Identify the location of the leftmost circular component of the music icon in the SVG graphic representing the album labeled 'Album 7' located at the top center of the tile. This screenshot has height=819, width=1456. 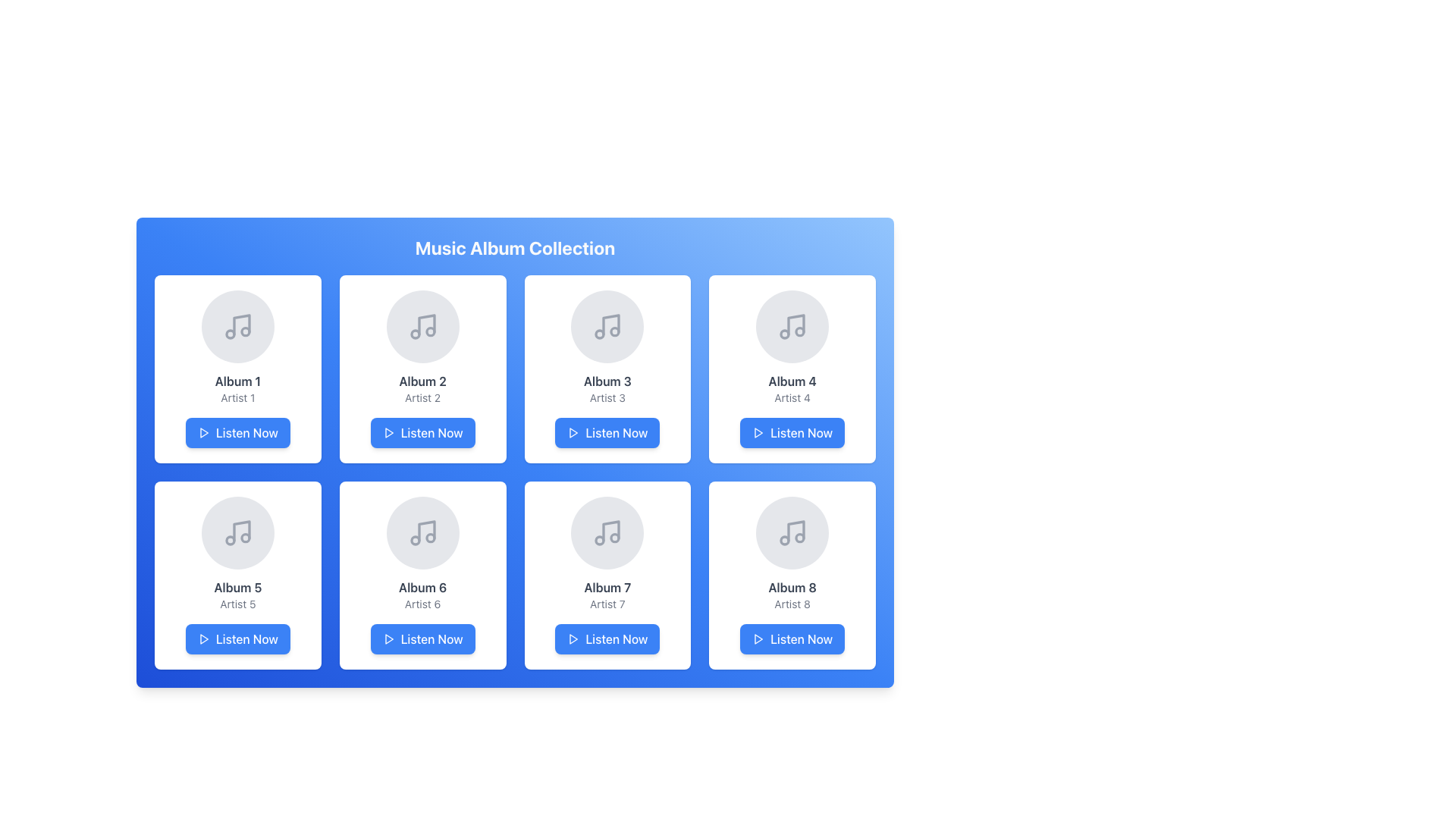
(599, 540).